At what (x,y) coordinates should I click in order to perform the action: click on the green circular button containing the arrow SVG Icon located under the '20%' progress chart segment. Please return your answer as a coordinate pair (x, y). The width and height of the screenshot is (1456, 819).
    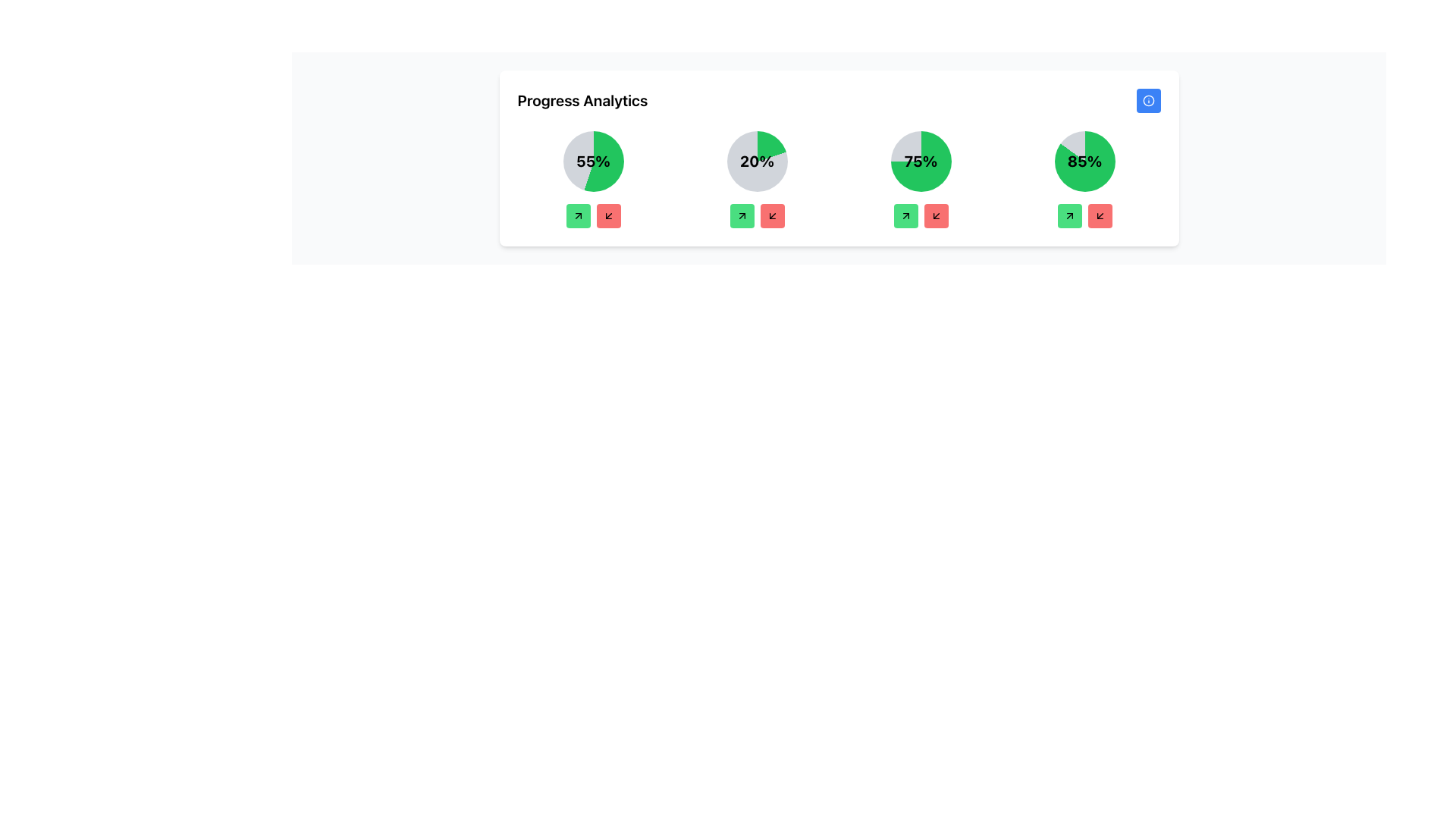
    Looking at the image, I should click on (742, 216).